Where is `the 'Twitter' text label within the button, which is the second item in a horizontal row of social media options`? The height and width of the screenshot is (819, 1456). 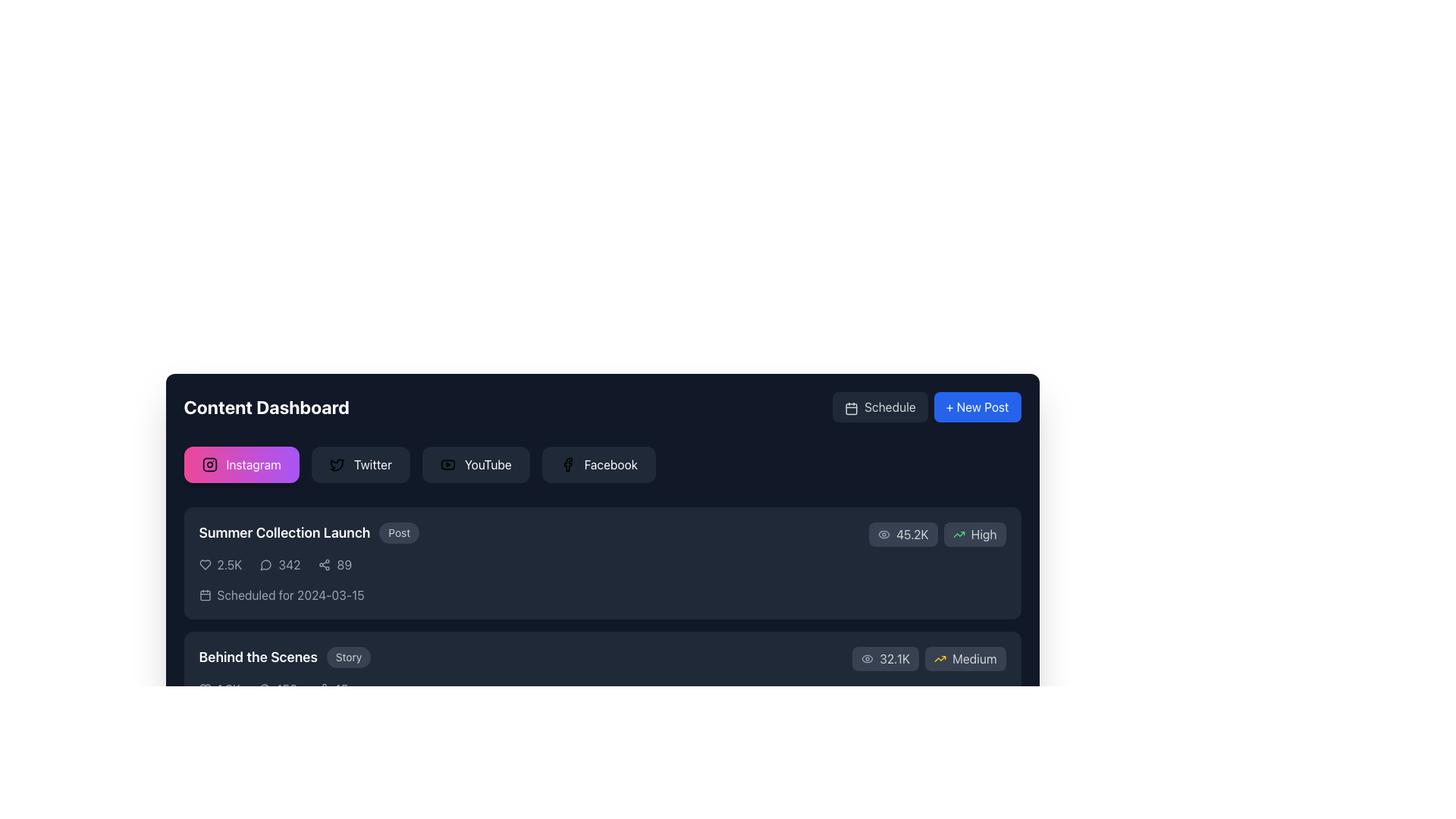 the 'Twitter' text label within the button, which is the second item in a horizontal row of social media options is located at coordinates (372, 464).